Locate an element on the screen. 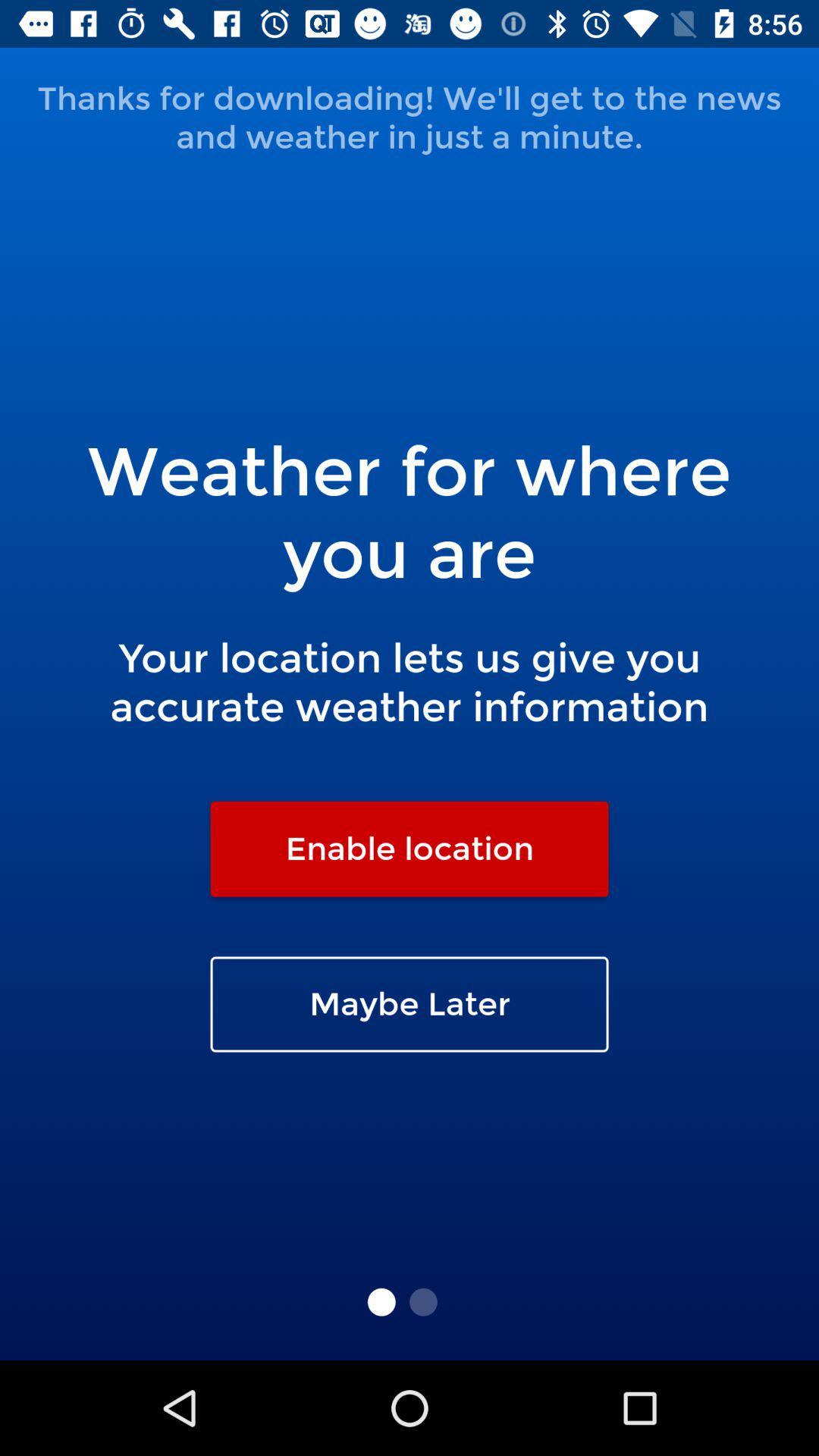 This screenshot has height=1456, width=819. item above the maybe later item is located at coordinates (409, 848).